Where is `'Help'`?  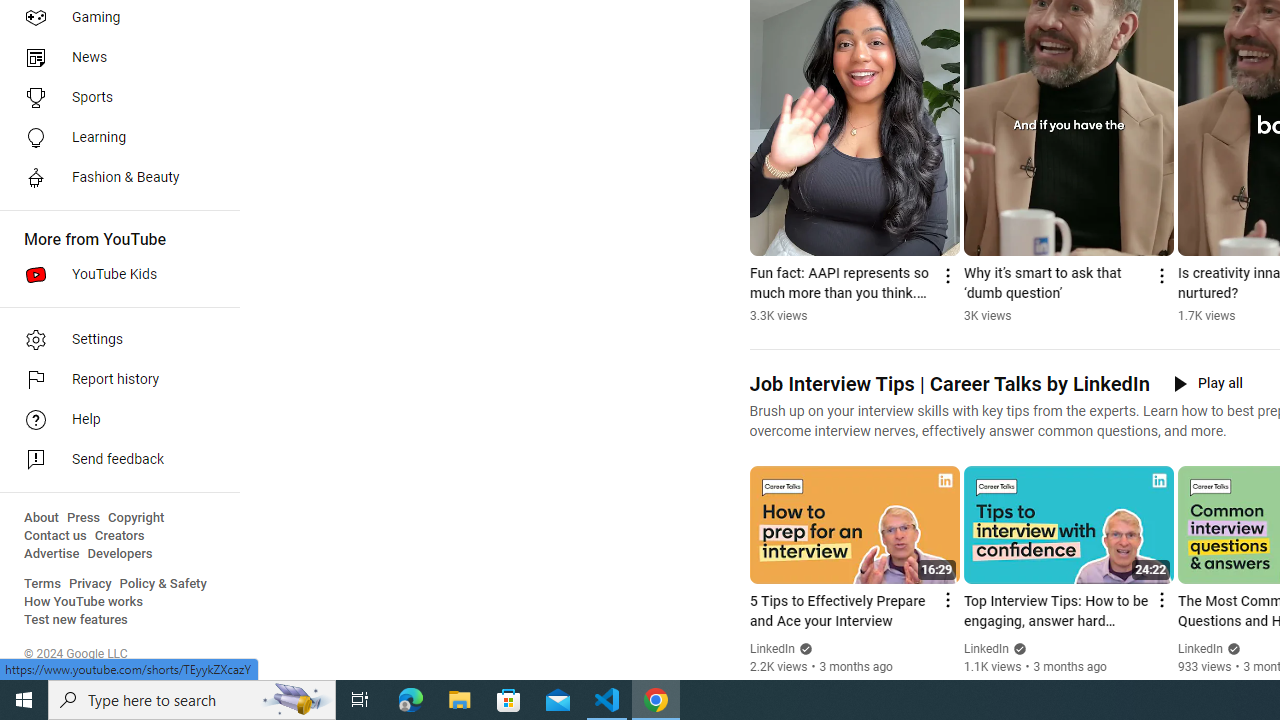 'Help' is located at coordinates (112, 419).